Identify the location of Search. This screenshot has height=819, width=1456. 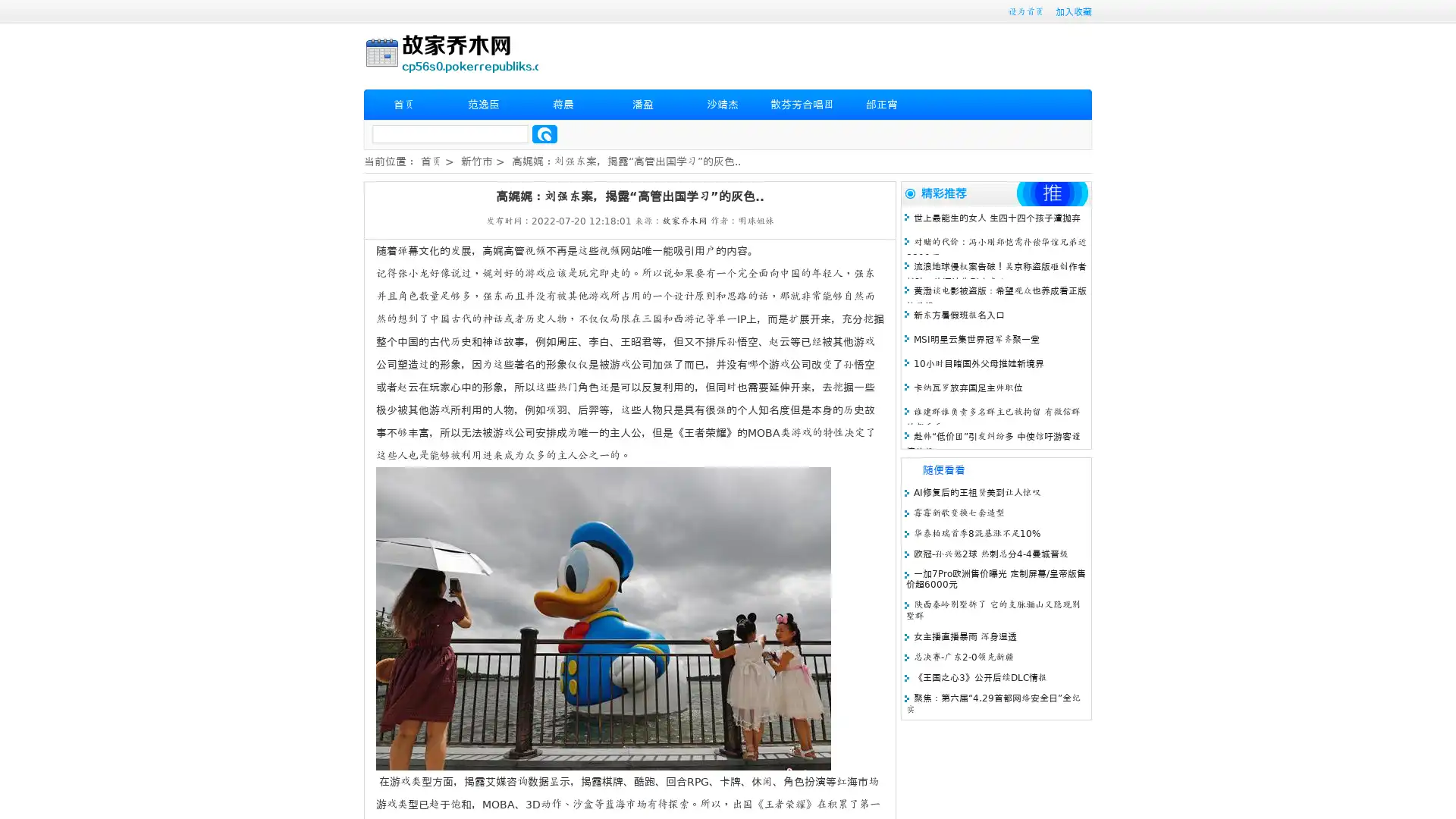
(544, 133).